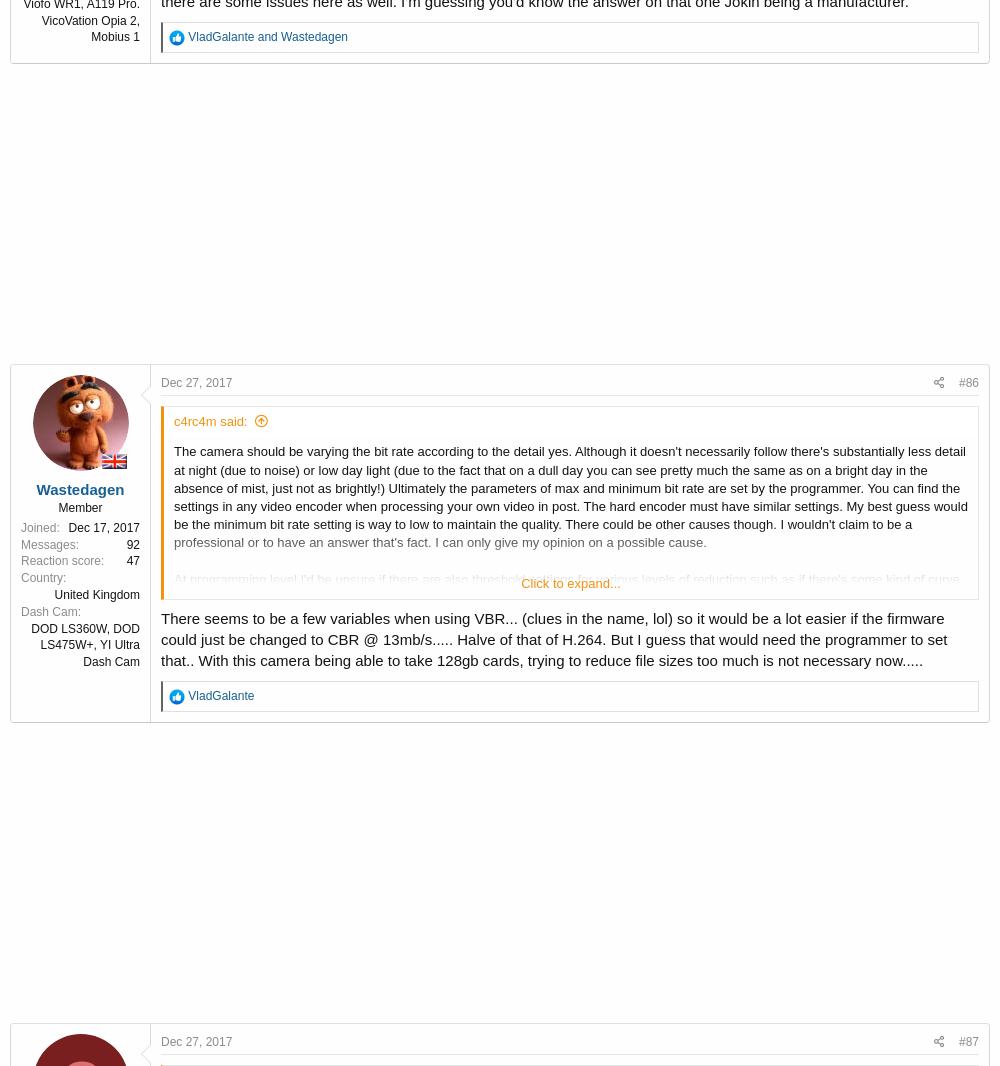  What do you see at coordinates (21, 542) in the screenshot?
I see `'Messages'` at bounding box center [21, 542].